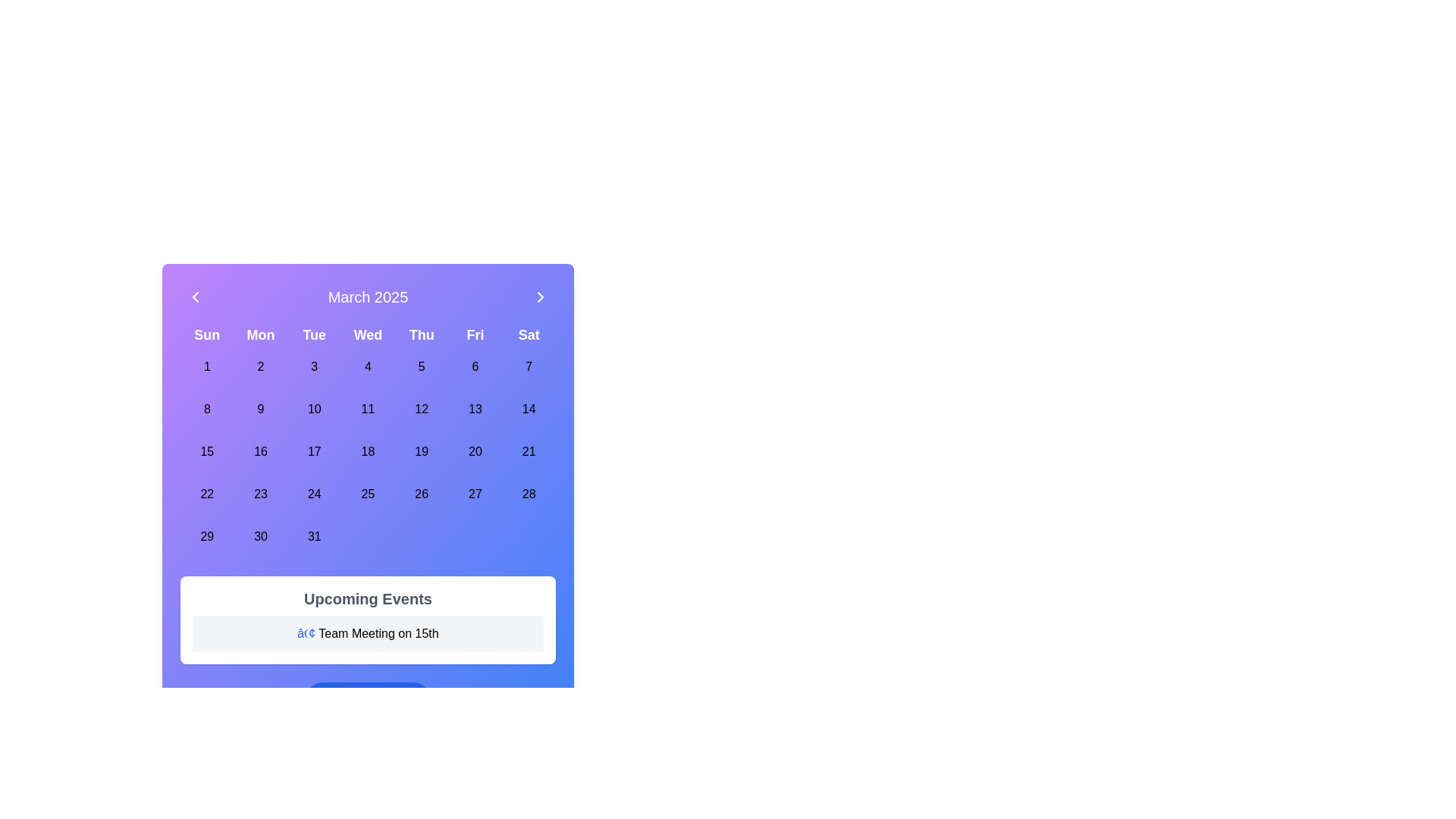 This screenshot has width=1456, height=819. Describe the element at coordinates (474, 334) in the screenshot. I see `the bold white text label 'Fri' which is styled with a large font size and is positioned in the top row of a grid layout of day labels` at that location.